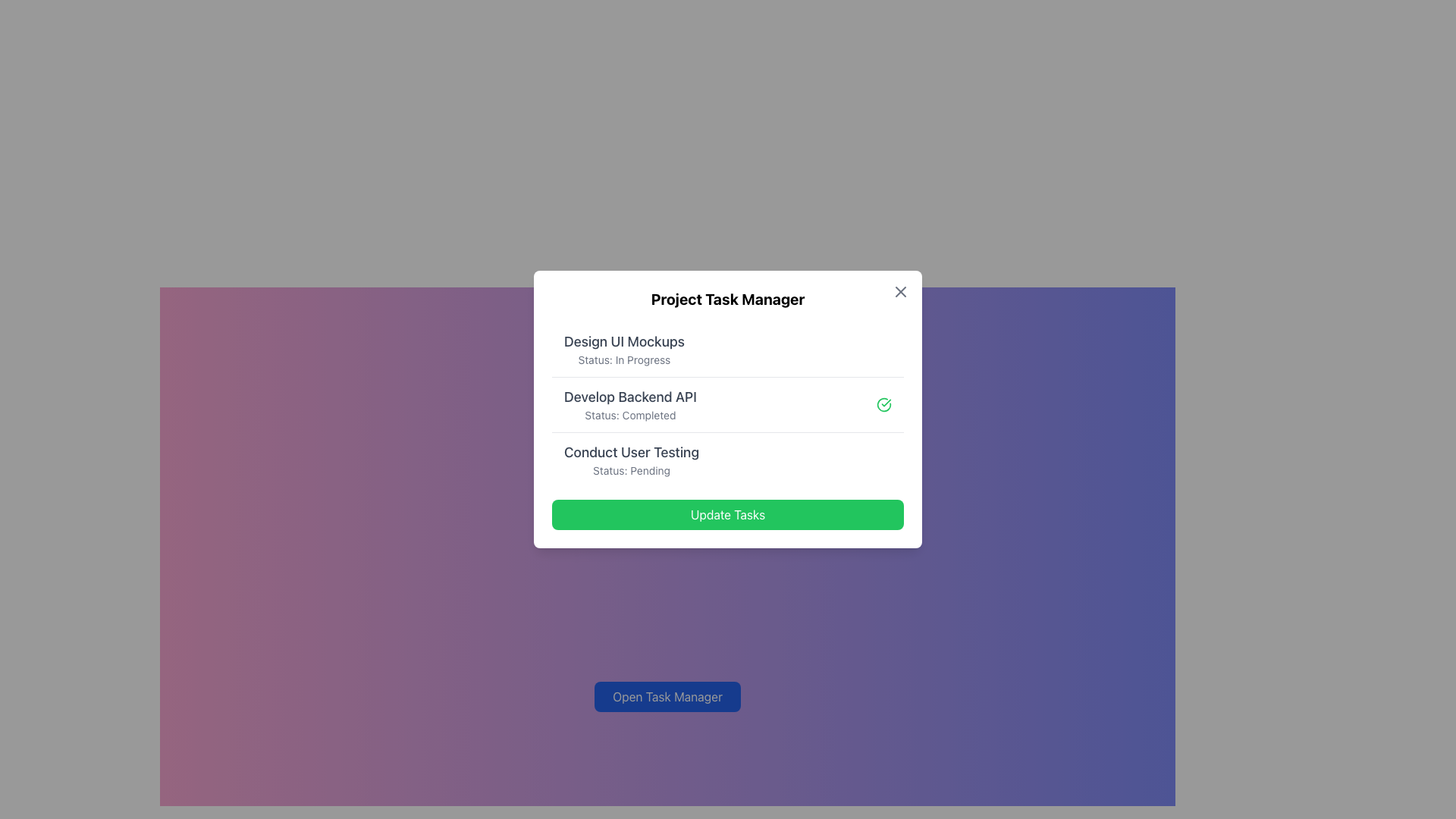 The width and height of the screenshot is (1456, 819). I want to click on the static text label that serves as the title for the task manager card, located at the center top of the card interface, so click(728, 299).